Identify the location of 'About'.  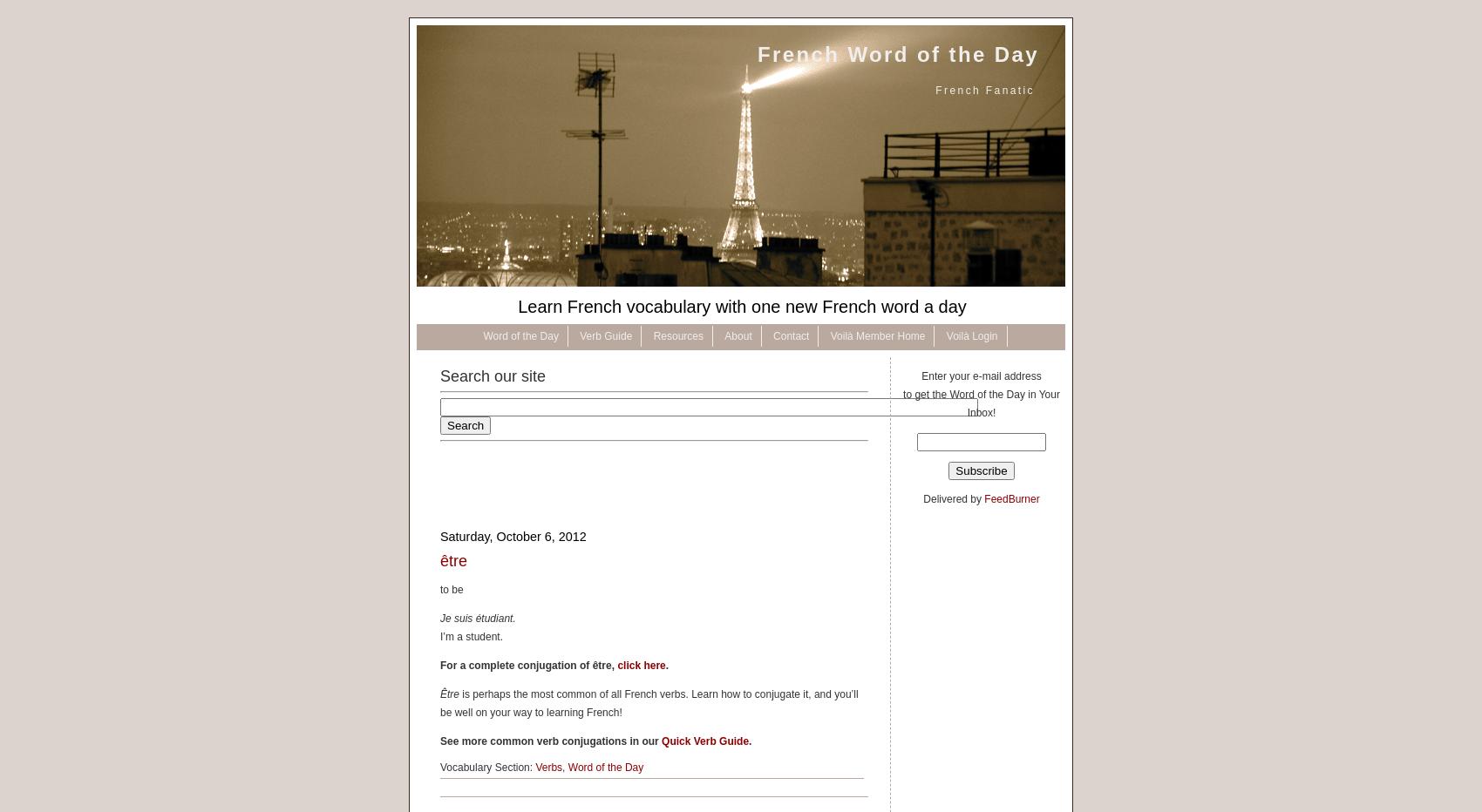
(737, 335).